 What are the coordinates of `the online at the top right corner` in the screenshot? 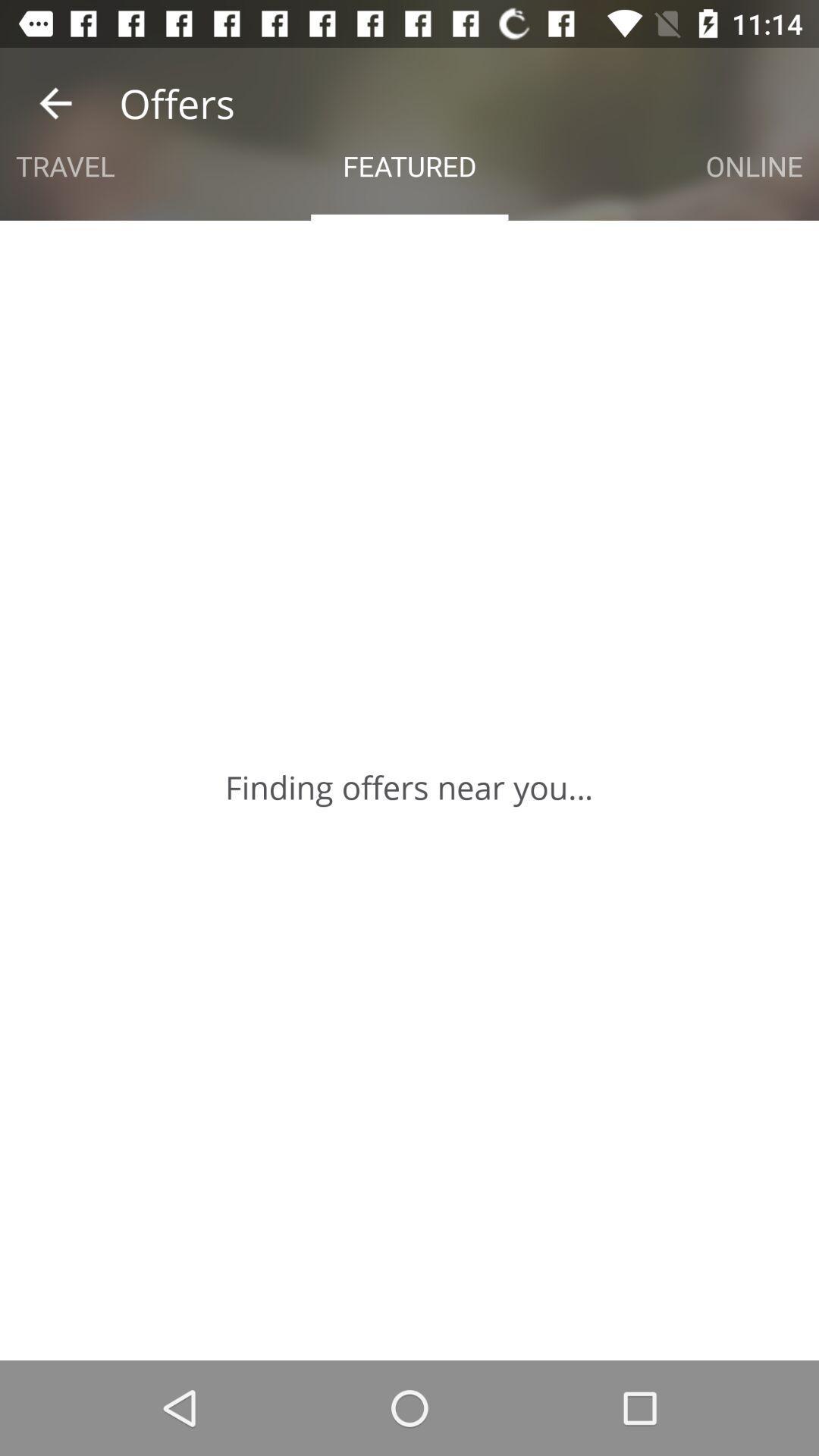 It's located at (754, 166).